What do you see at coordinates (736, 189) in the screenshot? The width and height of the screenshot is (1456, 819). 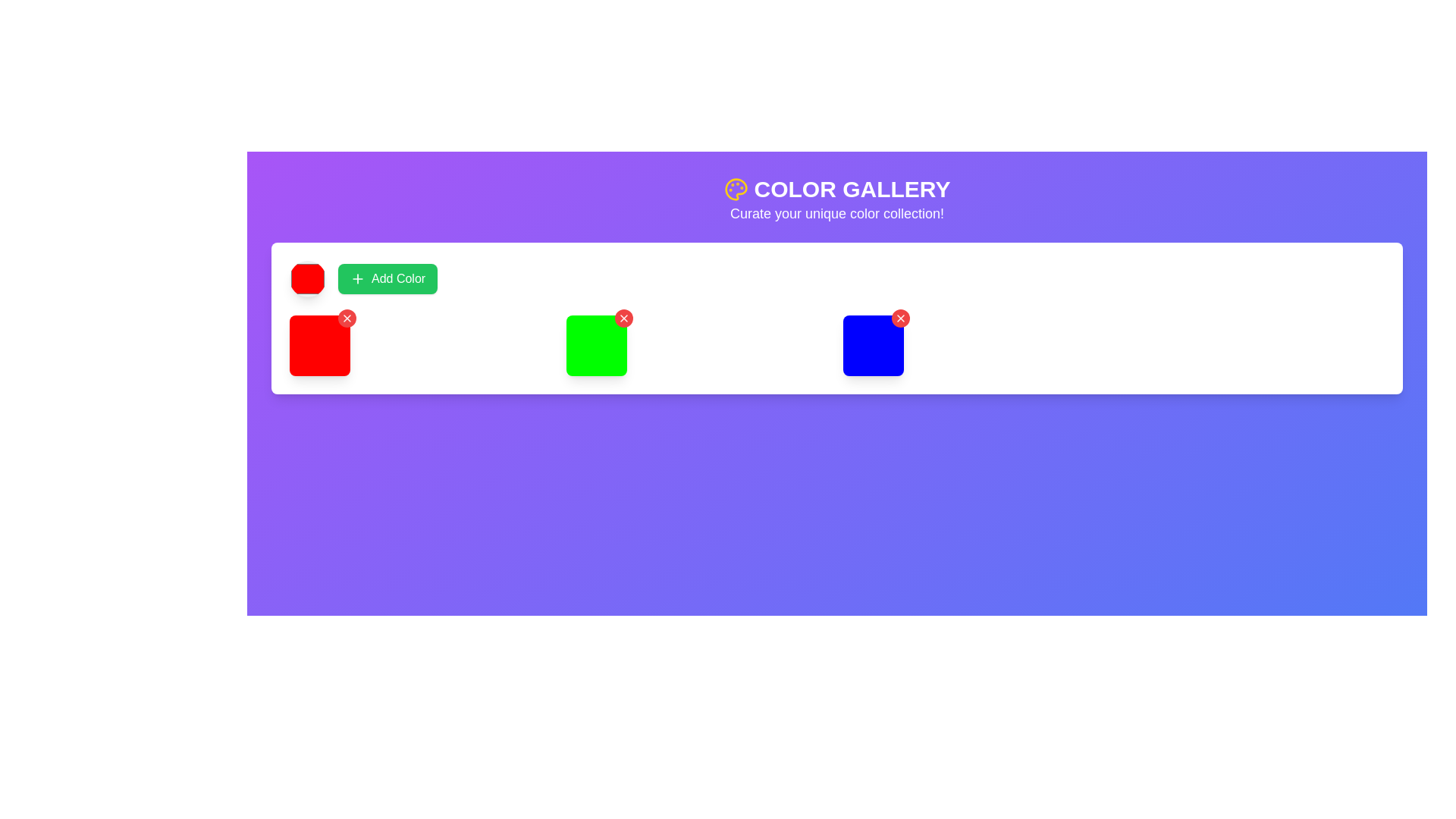 I see `the artist palette icon located to the left of the 'COLOR GALLERY' heading, which features a yellow outline and is situated in the top central portion of the interface` at bounding box center [736, 189].